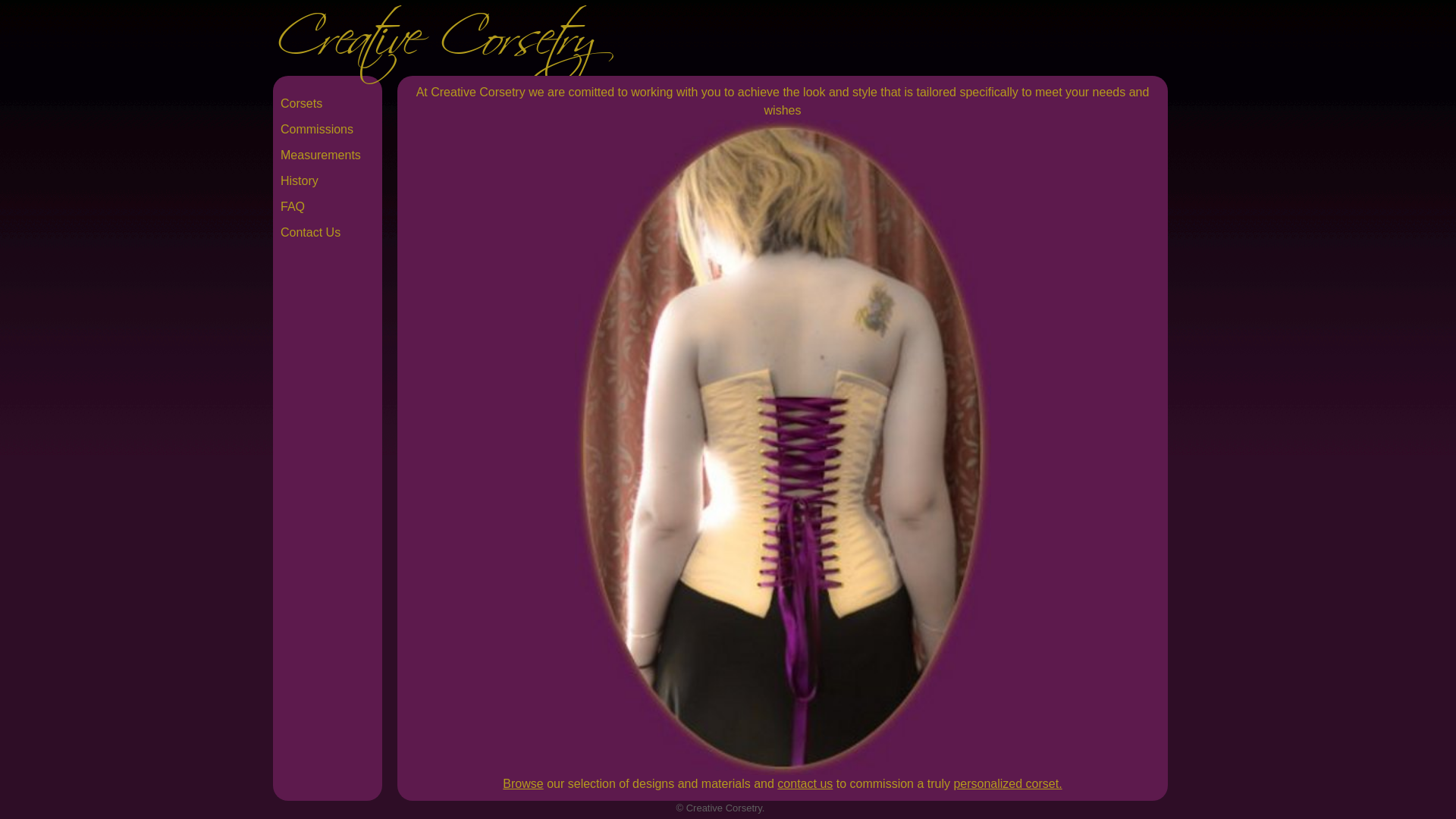 The image size is (1456, 819). What do you see at coordinates (1007, 783) in the screenshot?
I see `'personalized corset.'` at bounding box center [1007, 783].